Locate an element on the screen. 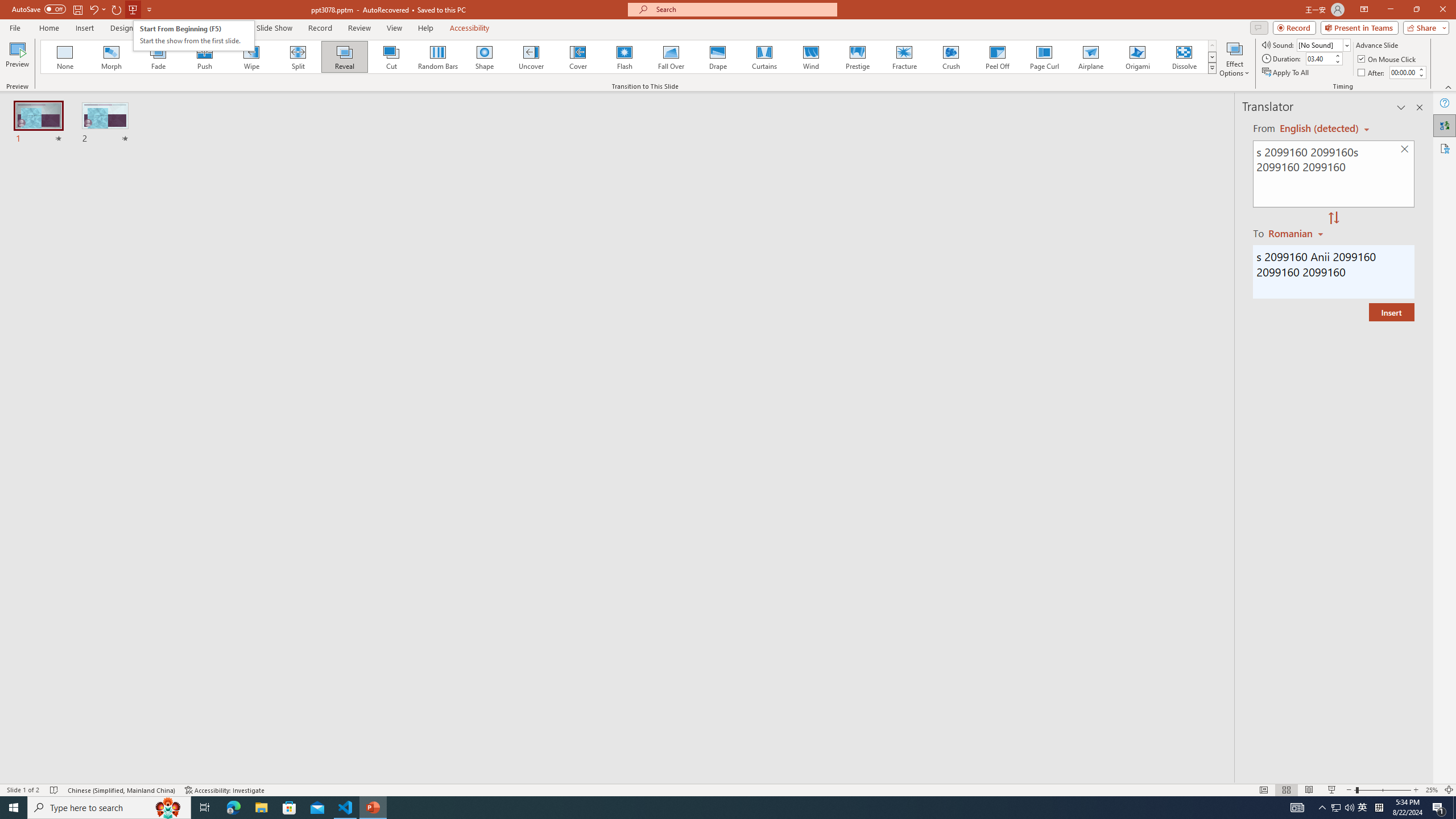  'Page Curl' is located at coordinates (1043, 56).